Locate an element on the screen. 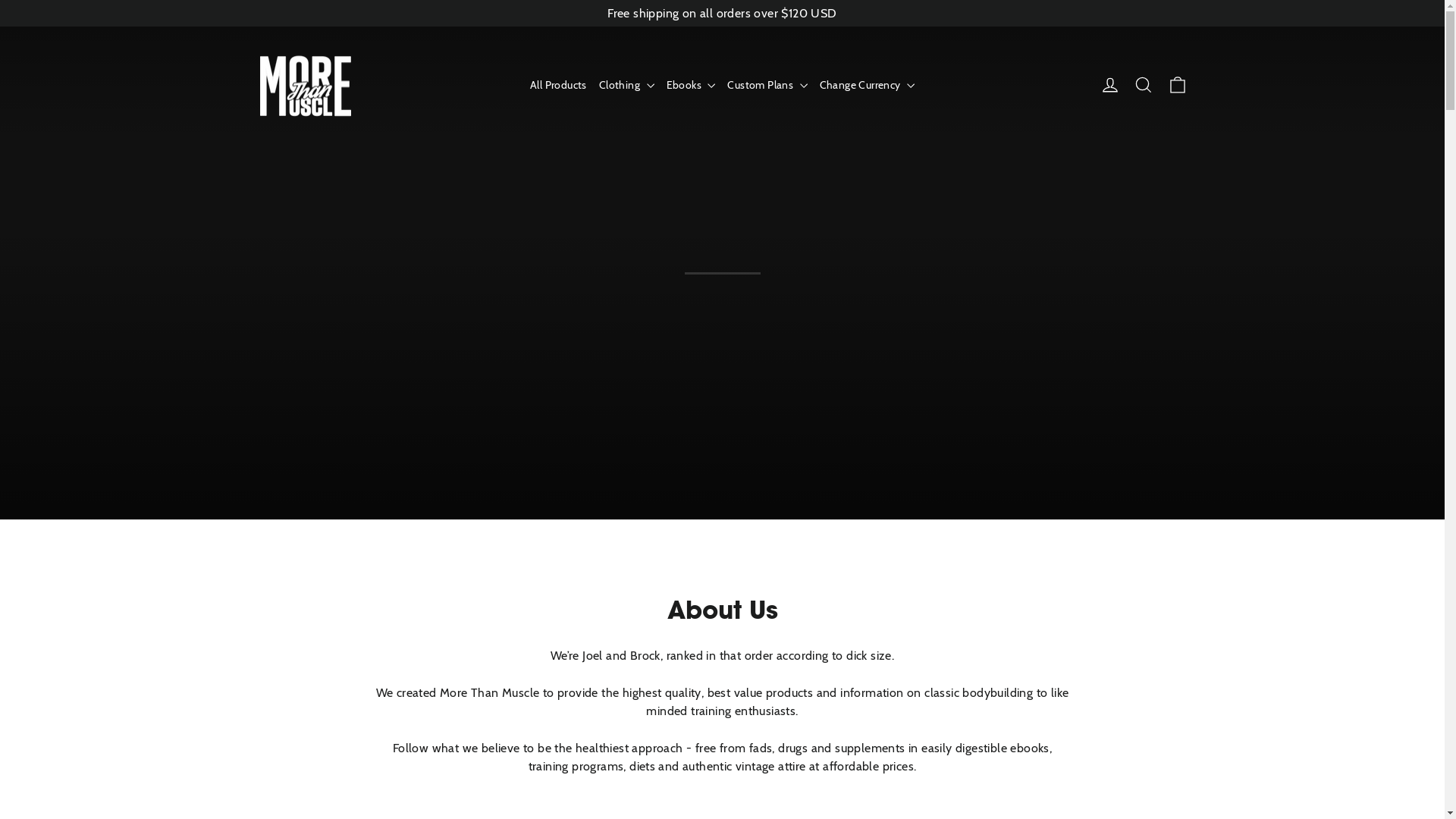 Image resolution: width=1456 pixels, height=819 pixels. 'account is located at coordinates (1110, 84).